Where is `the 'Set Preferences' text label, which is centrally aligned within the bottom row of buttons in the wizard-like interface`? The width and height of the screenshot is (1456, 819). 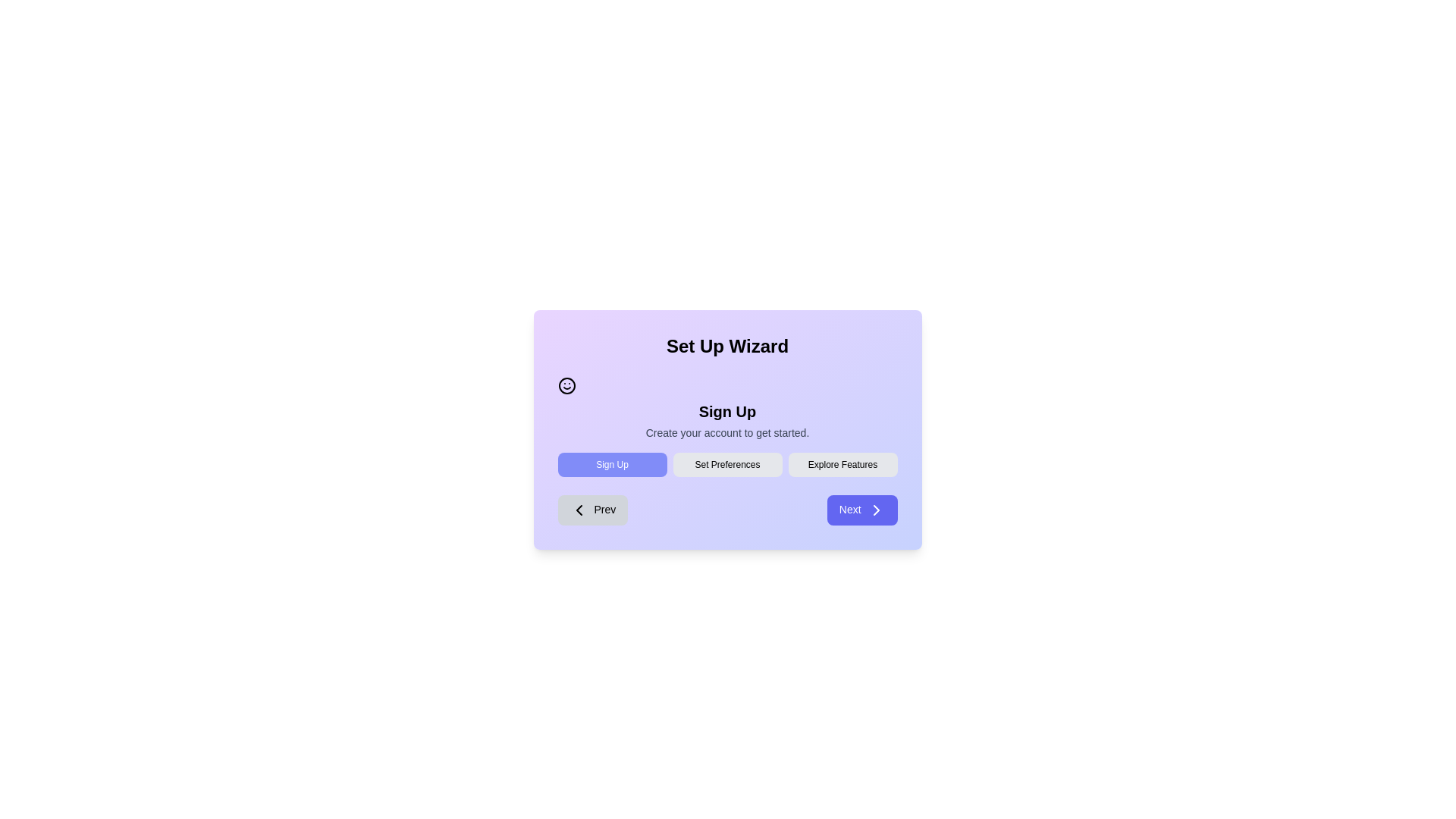
the 'Set Preferences' text label, which is centrally aligned within the bottom row of buttons in the wizard-like interface is located at coordinates (726, 464).